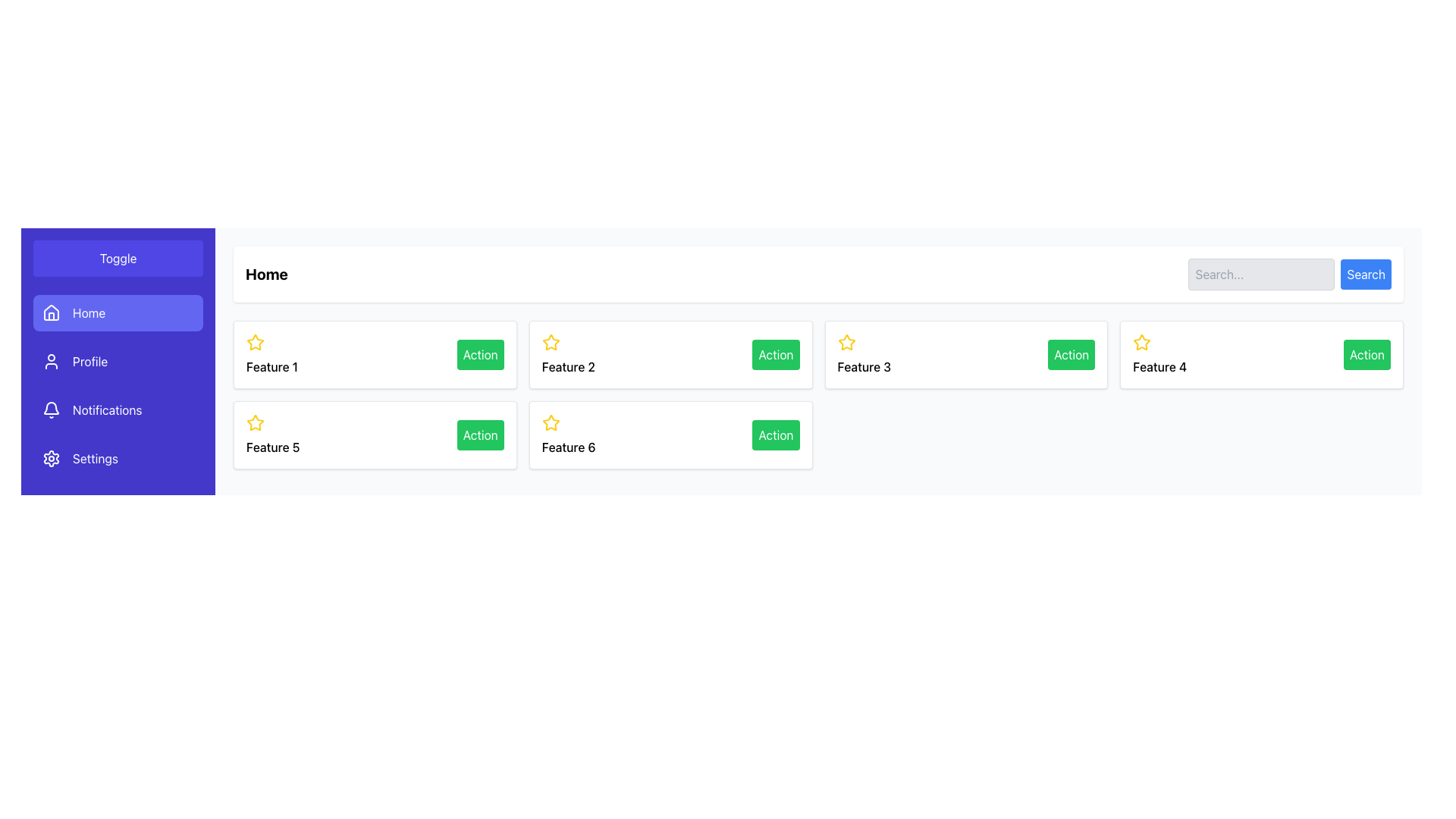  I want to click on the yellow star icon on the left side of the box labeled 'Feature 6' to get additional information or highlight it, so click(550, 423).